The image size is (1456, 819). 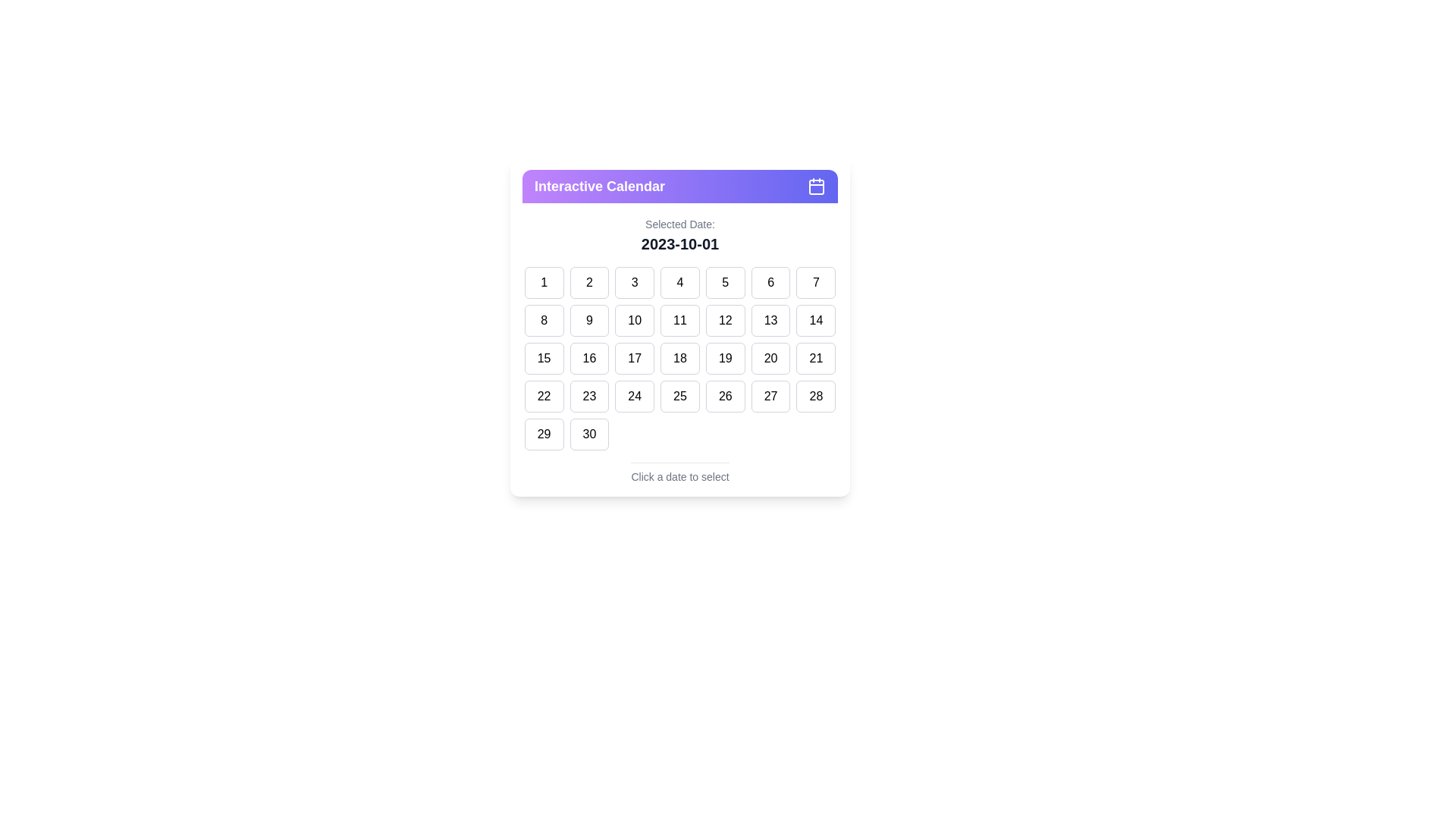 What do you see at coordinates (724, 359) in the screenshot?
I see `the clickable calendar date tile representing the date '19'` at bounding box center [724, 359].